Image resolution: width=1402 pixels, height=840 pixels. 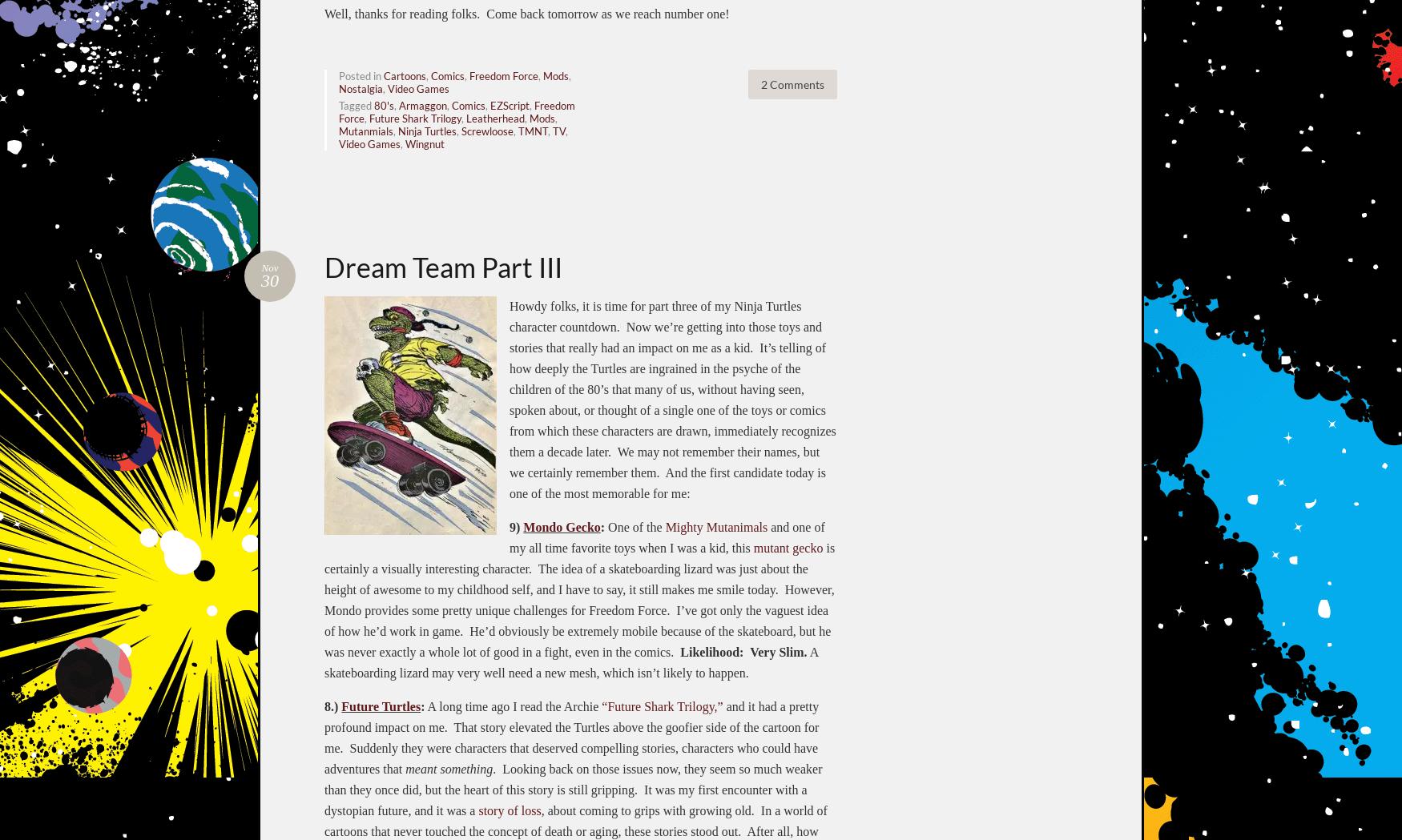 What do you see at coordinates (424, 142) in the screenshot?
I see `'Wingnut'` at bounding box center [424, 142].